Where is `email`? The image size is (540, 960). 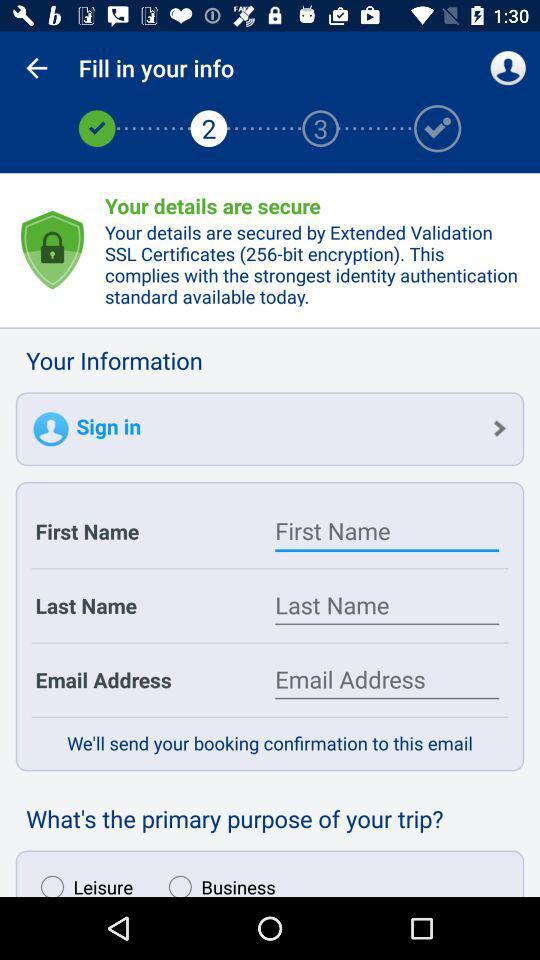 email is located at coordinates (387, 679).